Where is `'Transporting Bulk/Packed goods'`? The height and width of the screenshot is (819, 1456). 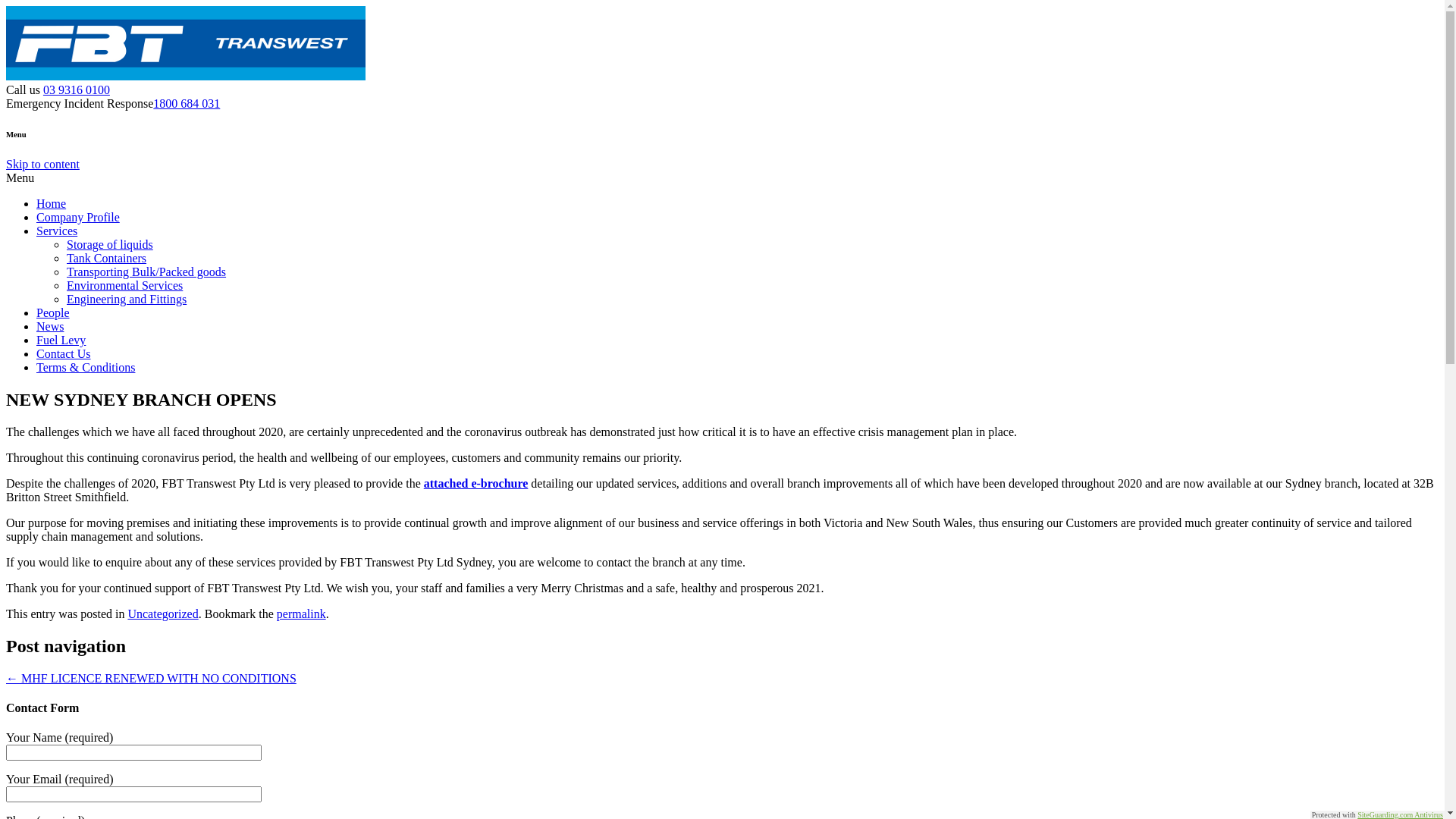 'Transporting Bulk/Packed goods' is located at coordinates (146, 271).